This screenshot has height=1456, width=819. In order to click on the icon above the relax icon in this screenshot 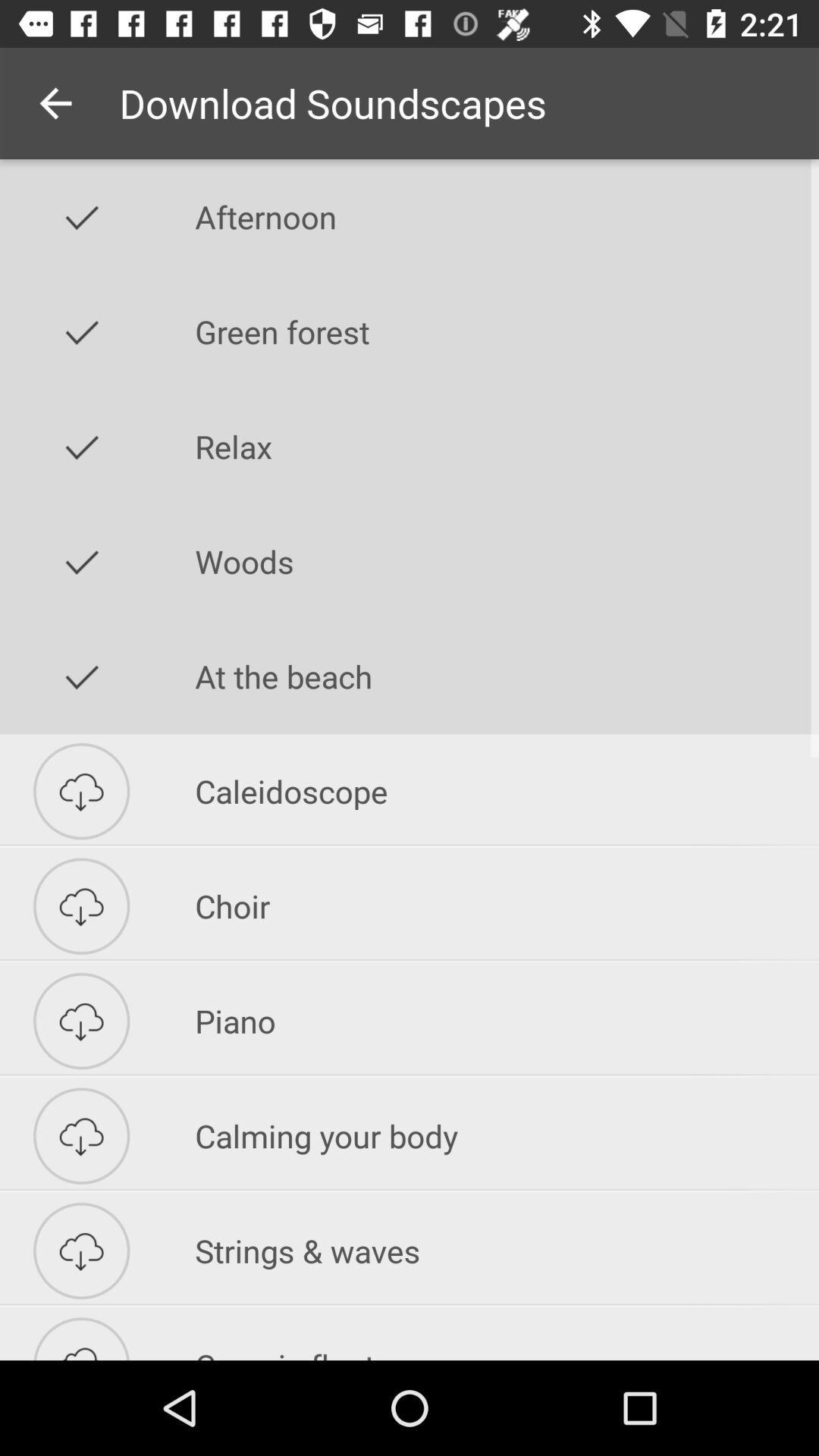, I will do `click(507, 331)`.